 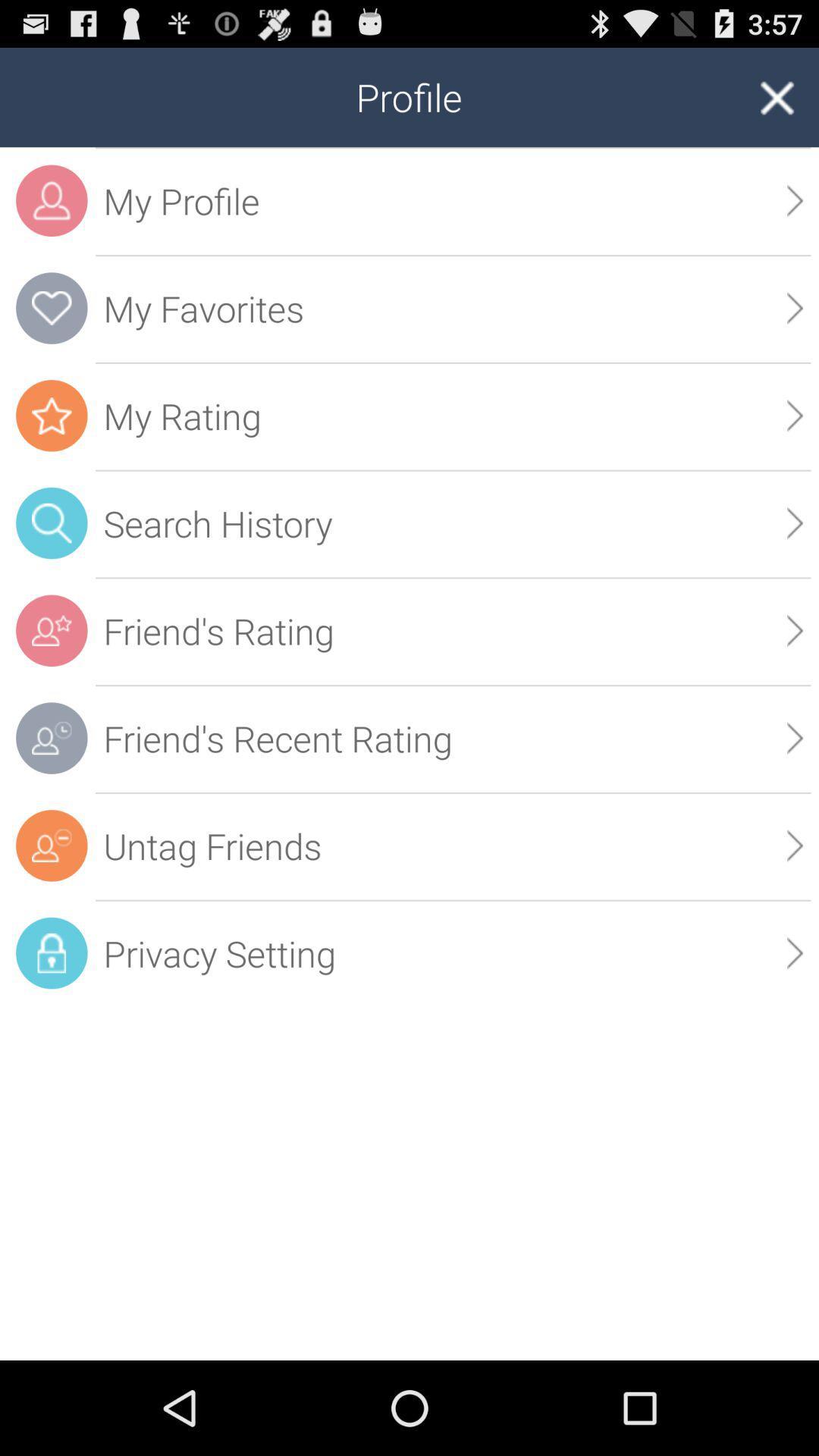 What do you see at coordinates (794, 307) in the screenshot?
I see `the app below the my profile` at bounding box center [794, 307].